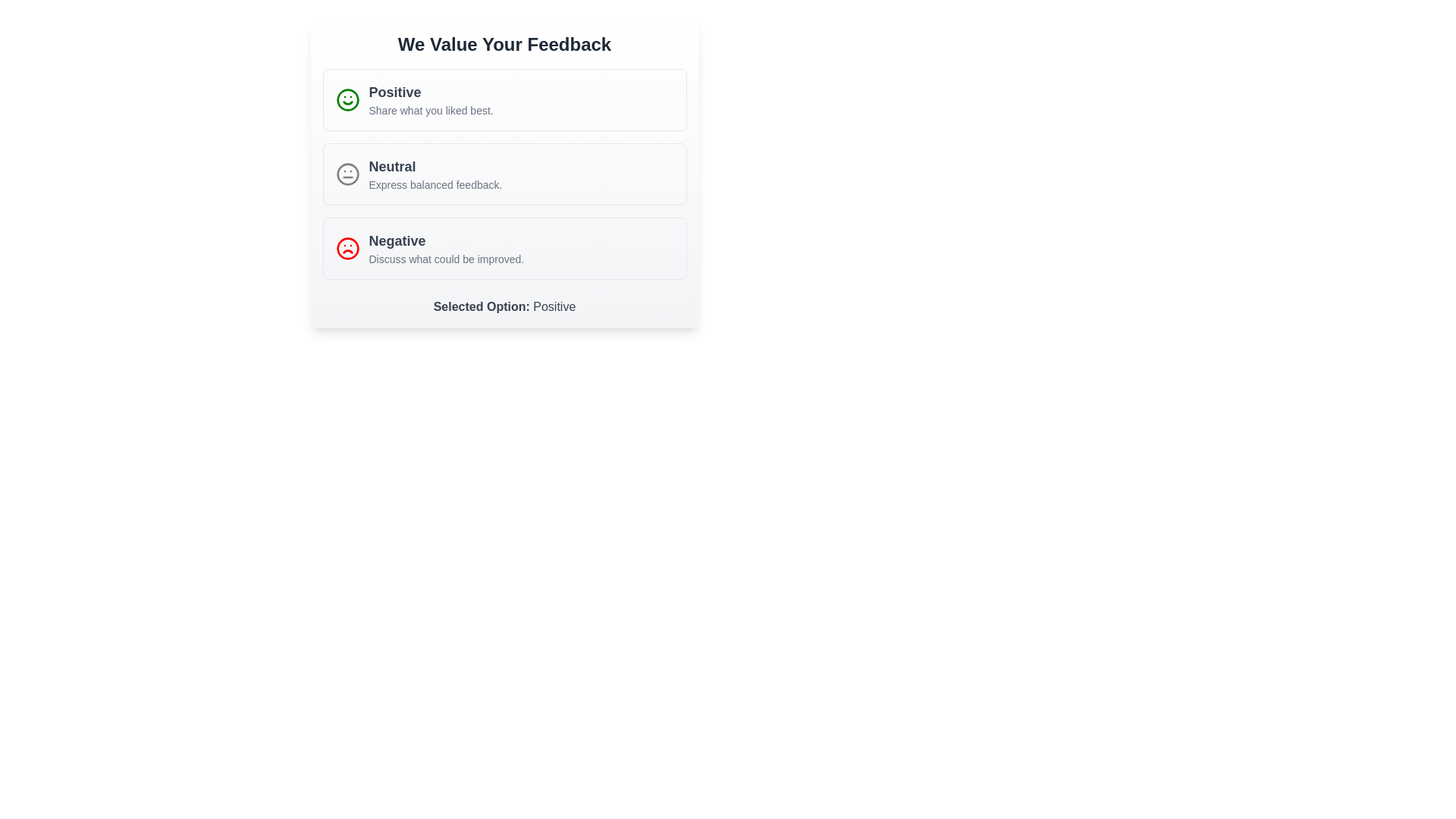 Image resolution: width=1456 pixels, height=819 pixels. Describe the element at coordinates (347, 247) in the screenshot. I see `the 'Negative' feedback icon, which serves as a visual marker for the third feedback option in the list` at that location.